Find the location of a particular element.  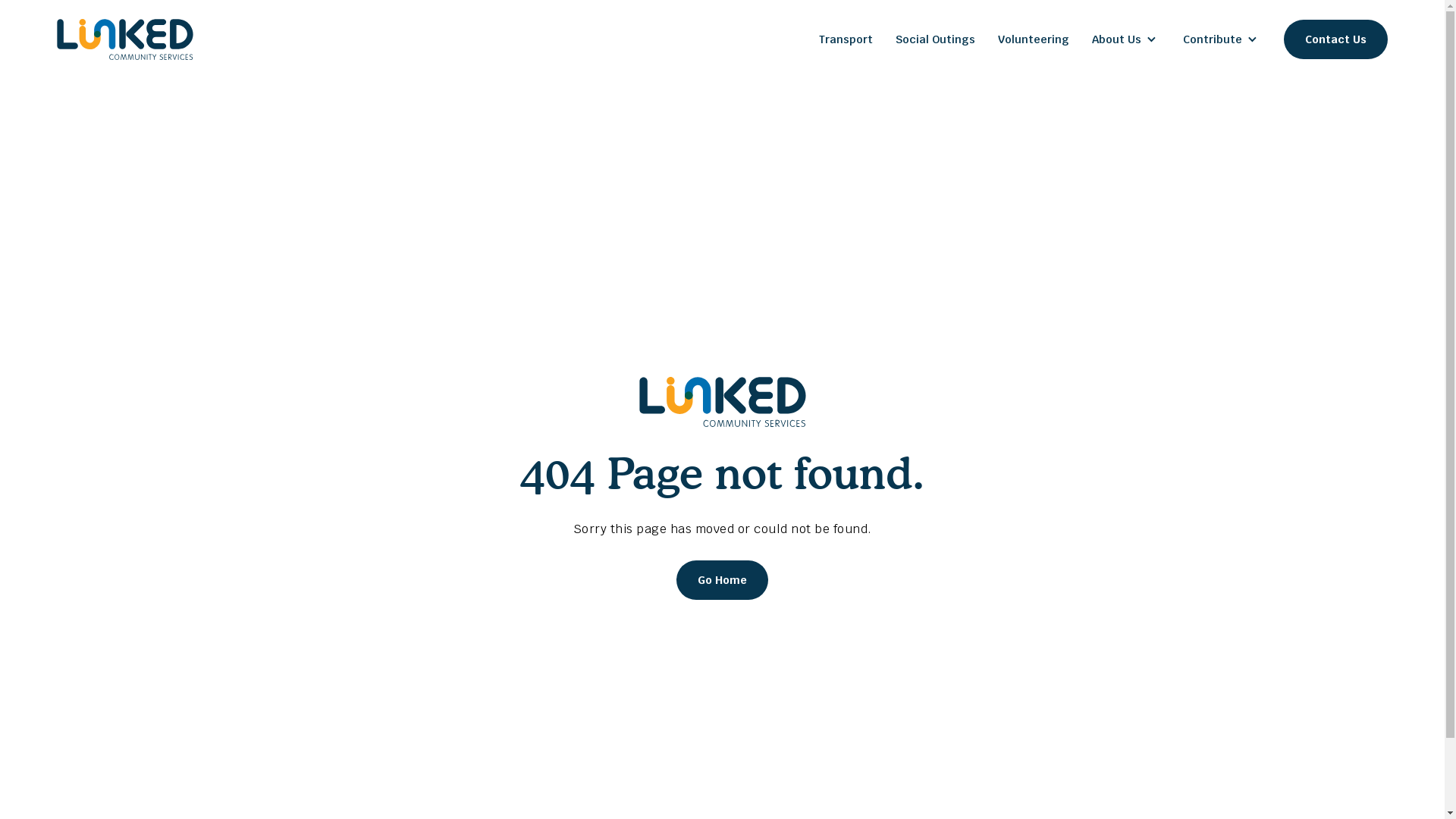

'Volunteering' is located at coordinates (1033, 38).